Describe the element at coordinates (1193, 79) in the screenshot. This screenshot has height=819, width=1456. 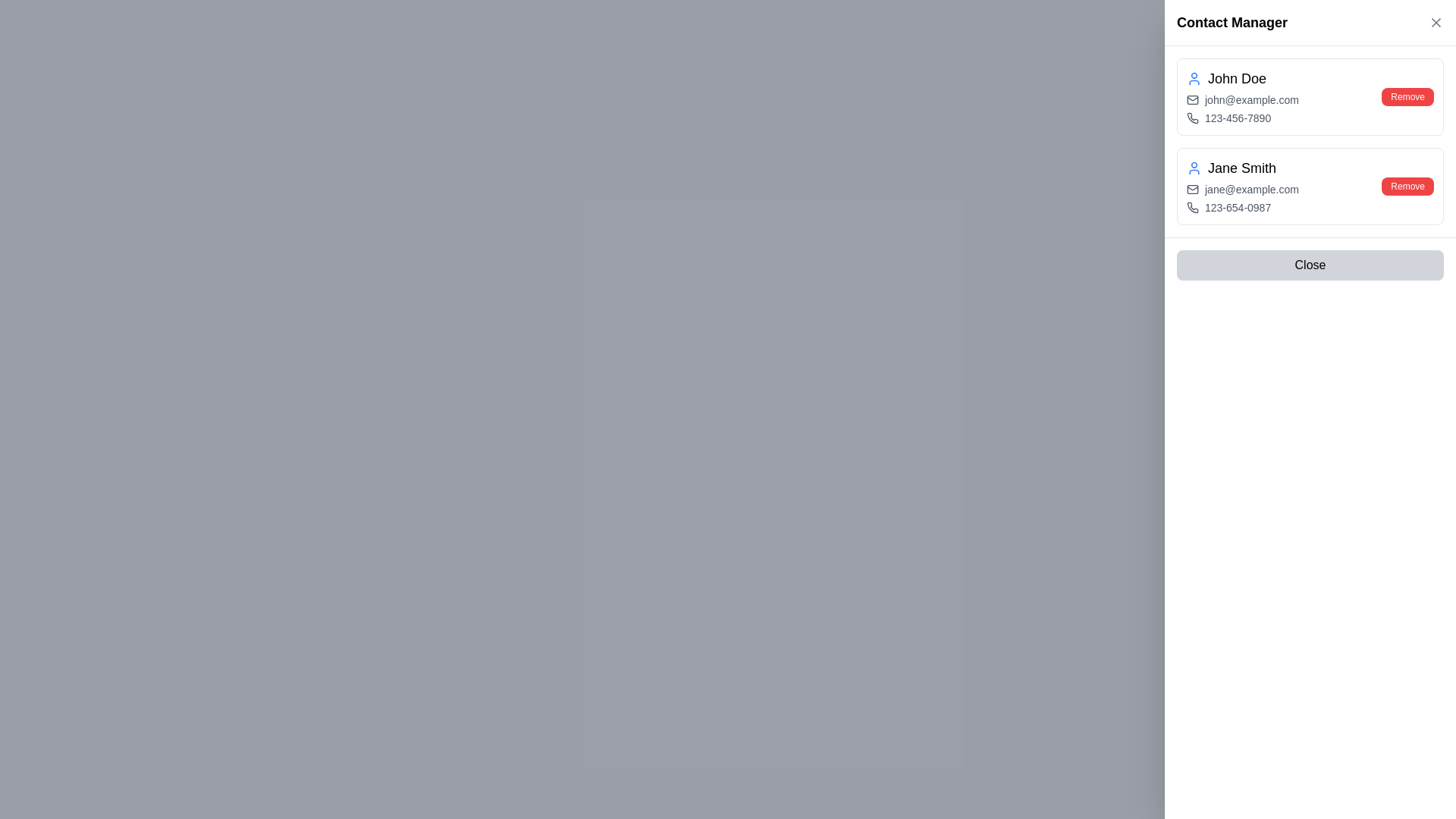
I see `the blue user silhouette SVG icon located at the top-left side of 'John Doe's contact information` at that location.